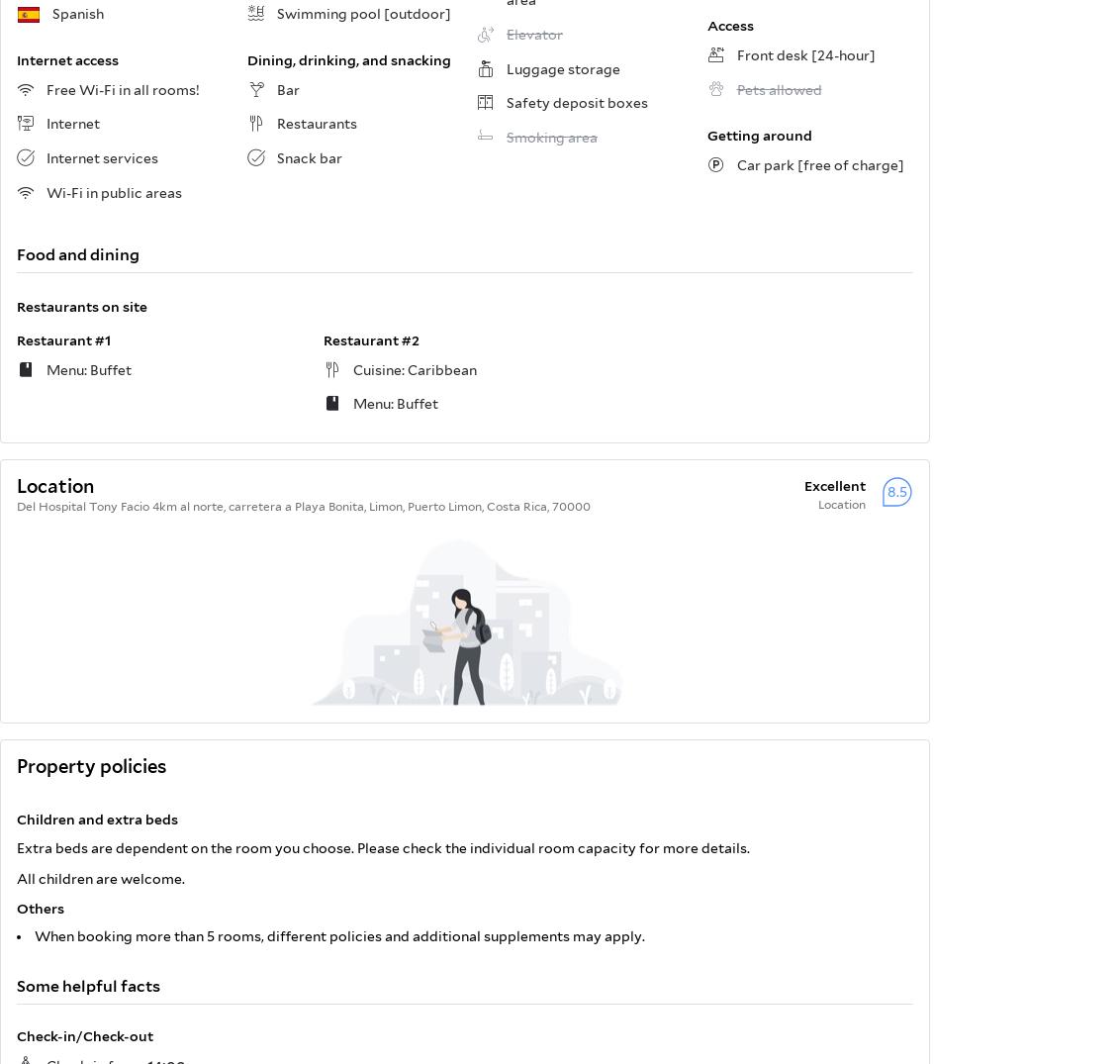 The image size is (1120, 1064). What do you see at coordinates (67, 58) in the screenshot?
I see `'Internet access'` at bounding box center [67, 58].